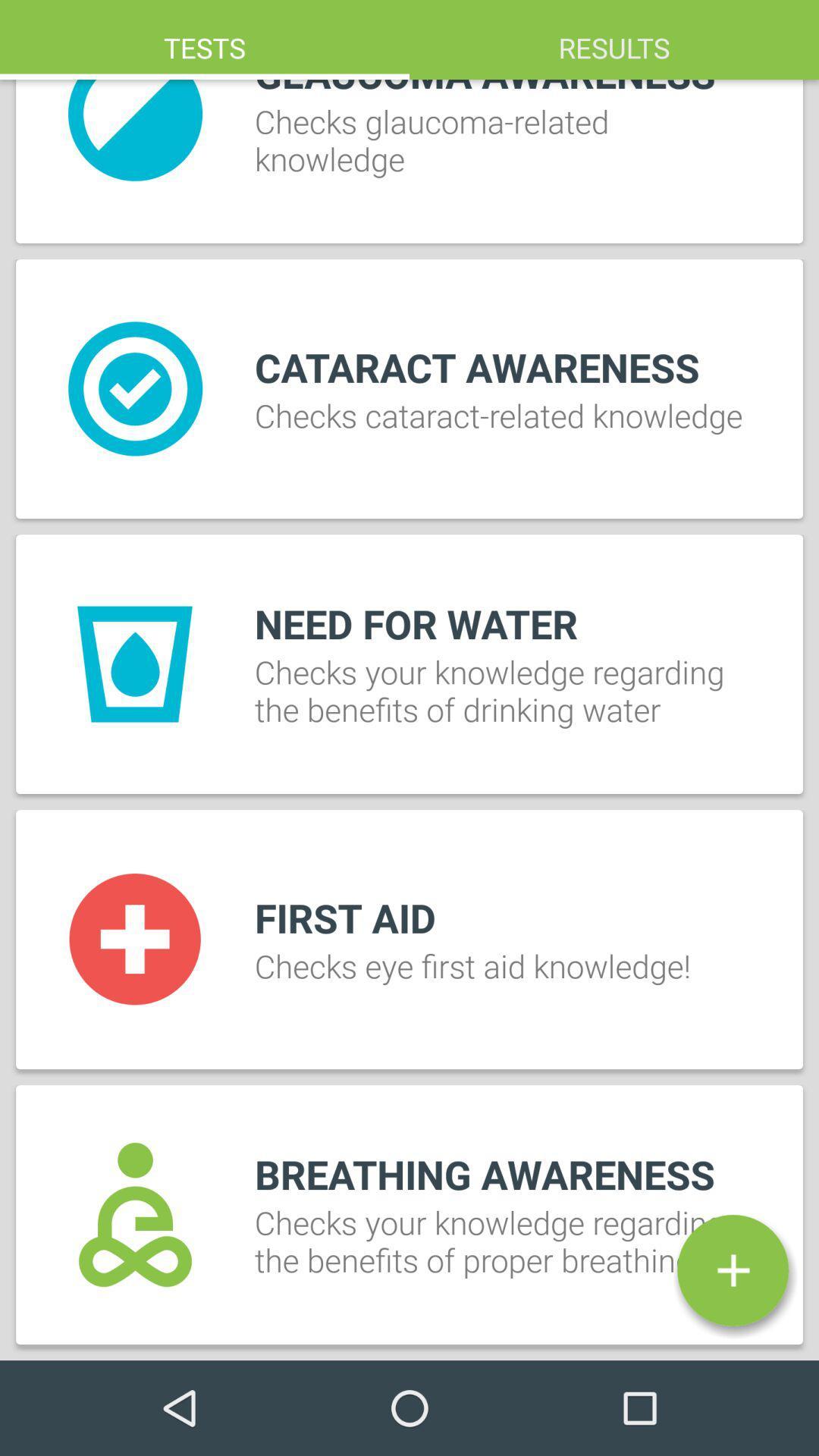 This screenshot has height=1456, width=819. I want to click on the icon next to results, so click(205, 39).